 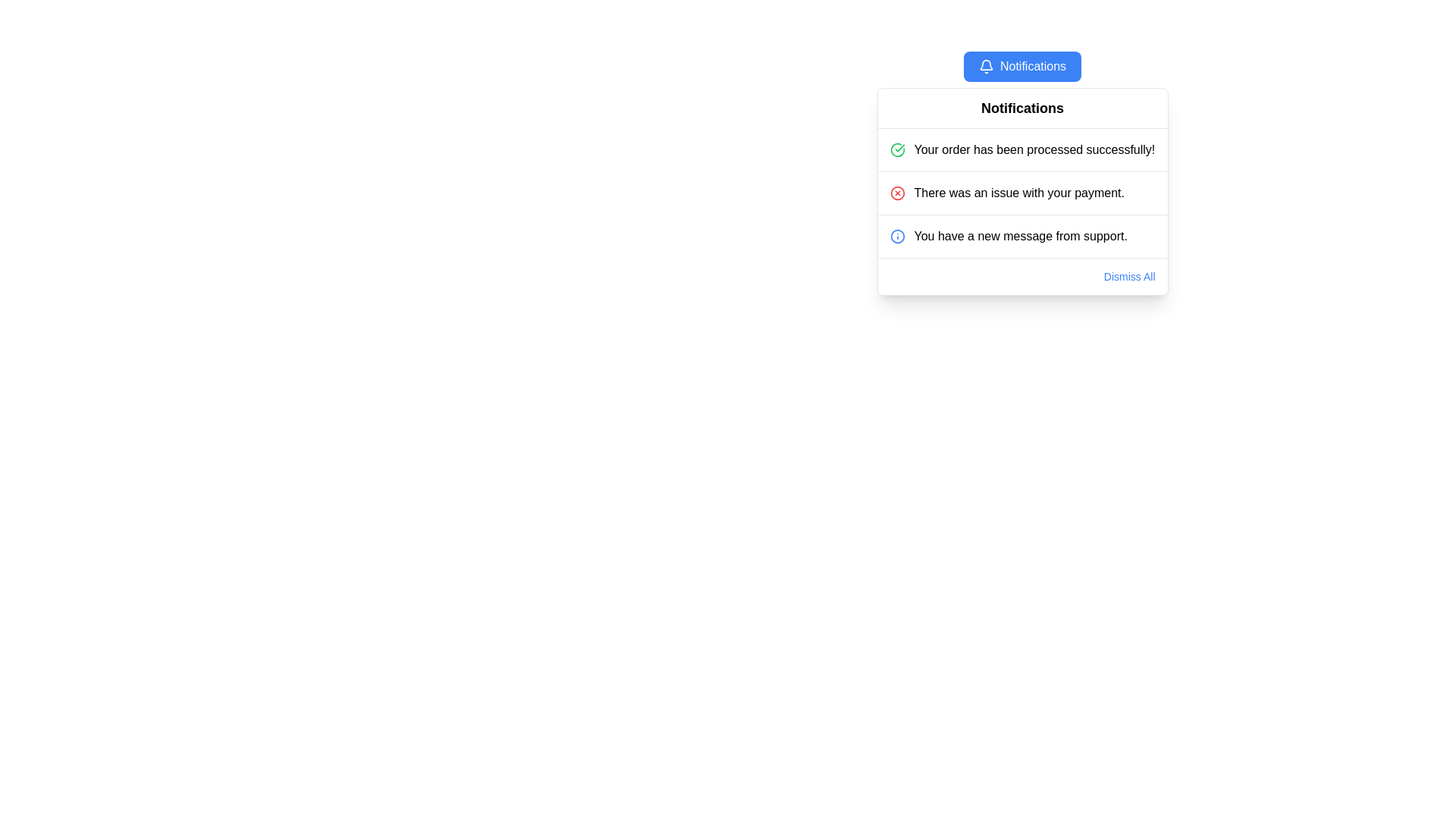 What do you see at coordinates (1019, 192) in the screenshot?
I see `error or alert message conveyed by the text label located in the middle row of the notification panel, which follows a success message and precedes an info message` at bounding box center [1019, 192].